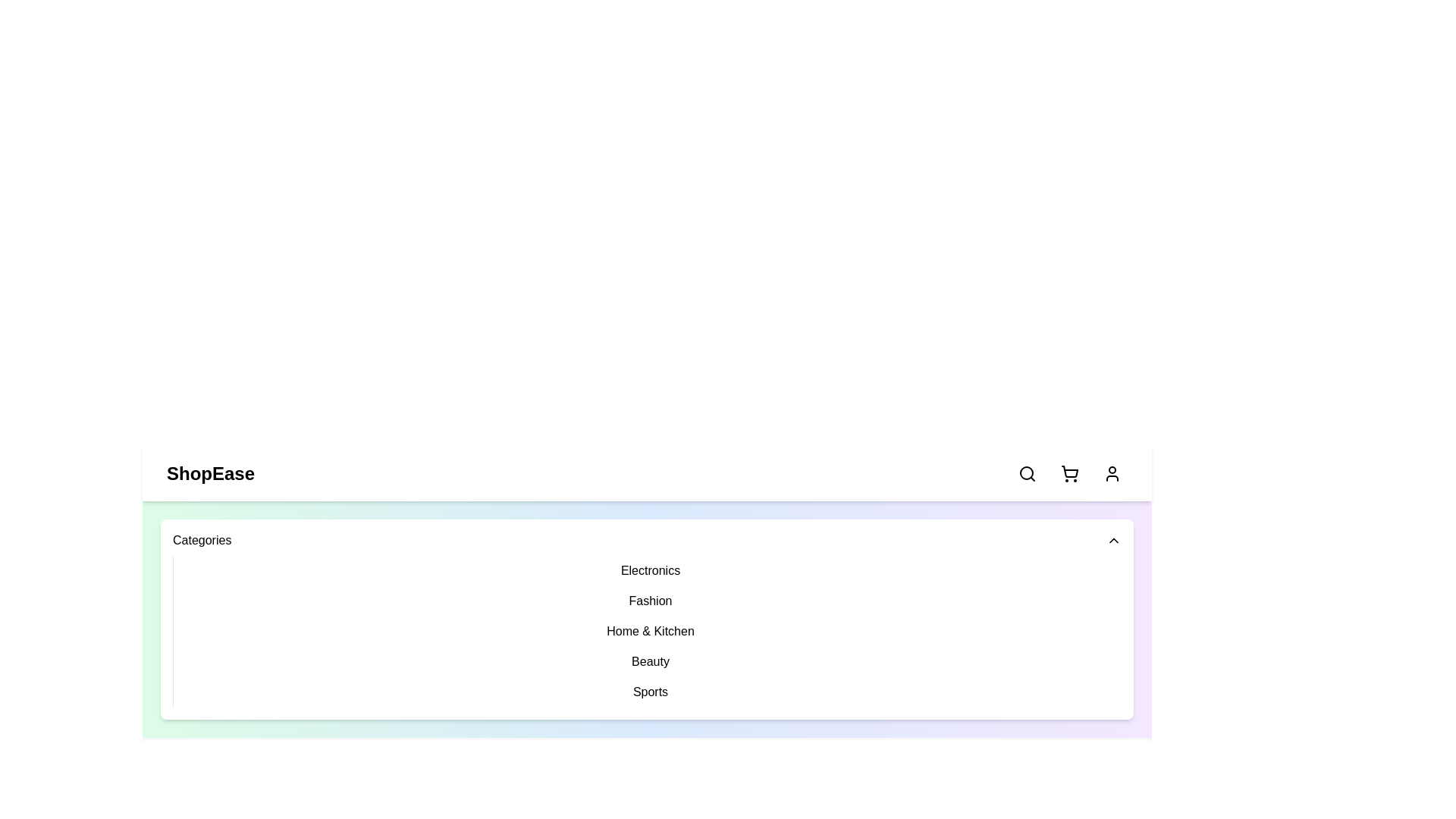 The width and height of the screenshot is (1456, 819). Describe the element at coordinates (1027, 472) in the screenshot. I see `the search icon located in the header section` at that location.